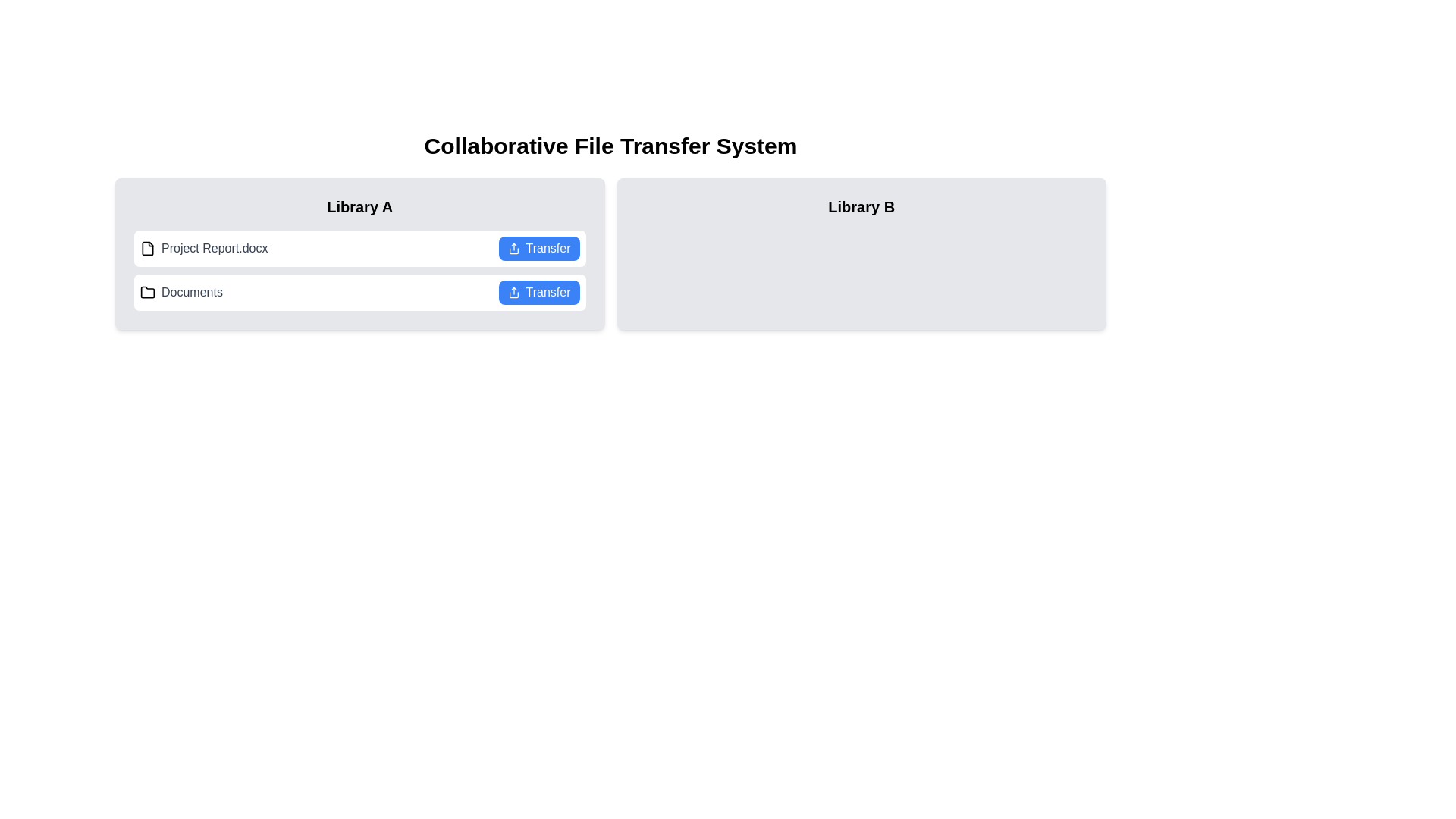 The image size is (1456, 819). I want to click on the text label representing the file name 'Project Report.docx', which is the first entry in the list under 'Library A', so click(214, 247).